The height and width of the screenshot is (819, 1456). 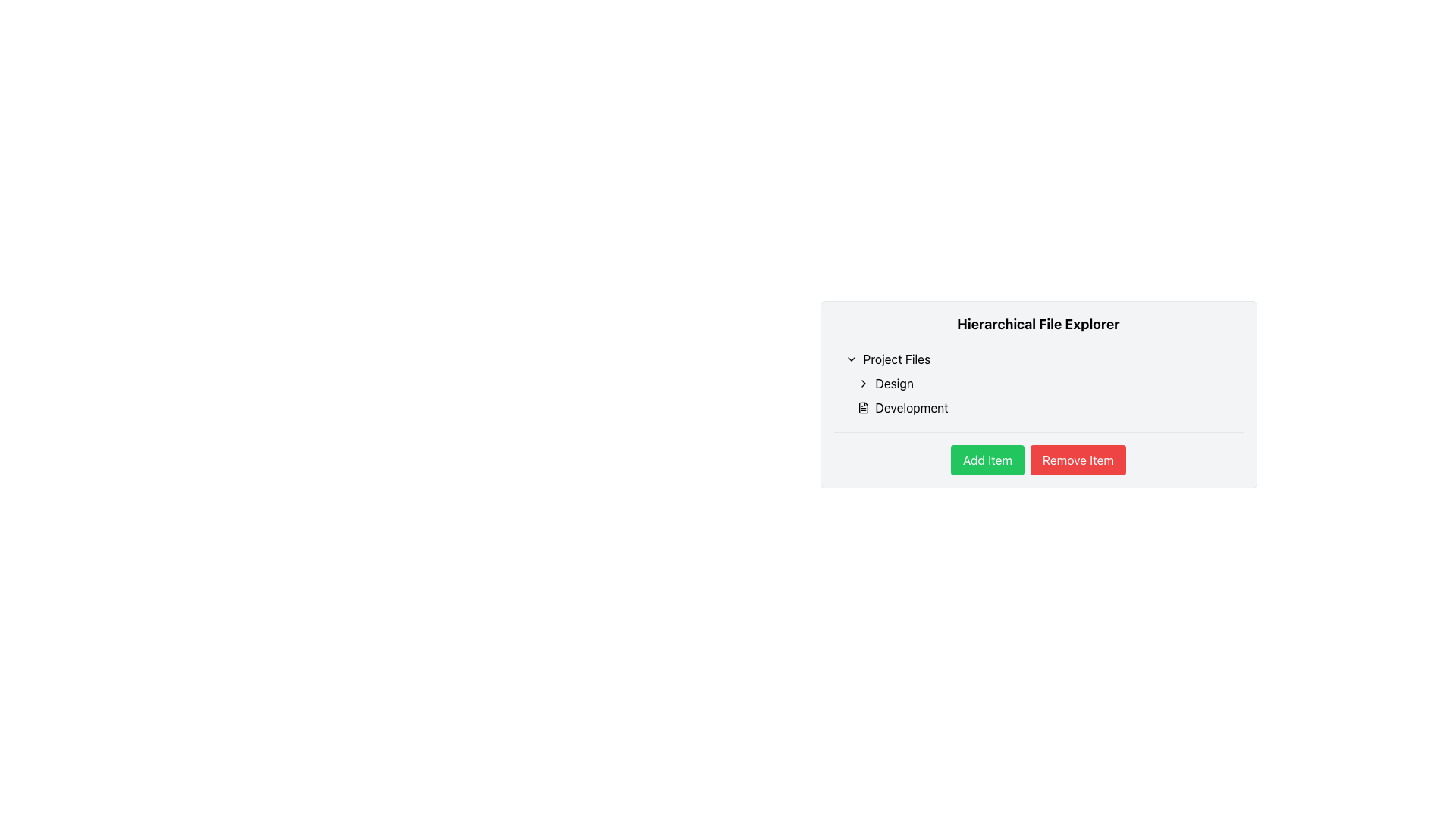 What do you see at coordinates (1077, 459) in the screenshot?
I see `the button that removes an item from the list, located directly to the right of the 'Add Item' button, to change its visual state` at bounding box center [1077, 459].